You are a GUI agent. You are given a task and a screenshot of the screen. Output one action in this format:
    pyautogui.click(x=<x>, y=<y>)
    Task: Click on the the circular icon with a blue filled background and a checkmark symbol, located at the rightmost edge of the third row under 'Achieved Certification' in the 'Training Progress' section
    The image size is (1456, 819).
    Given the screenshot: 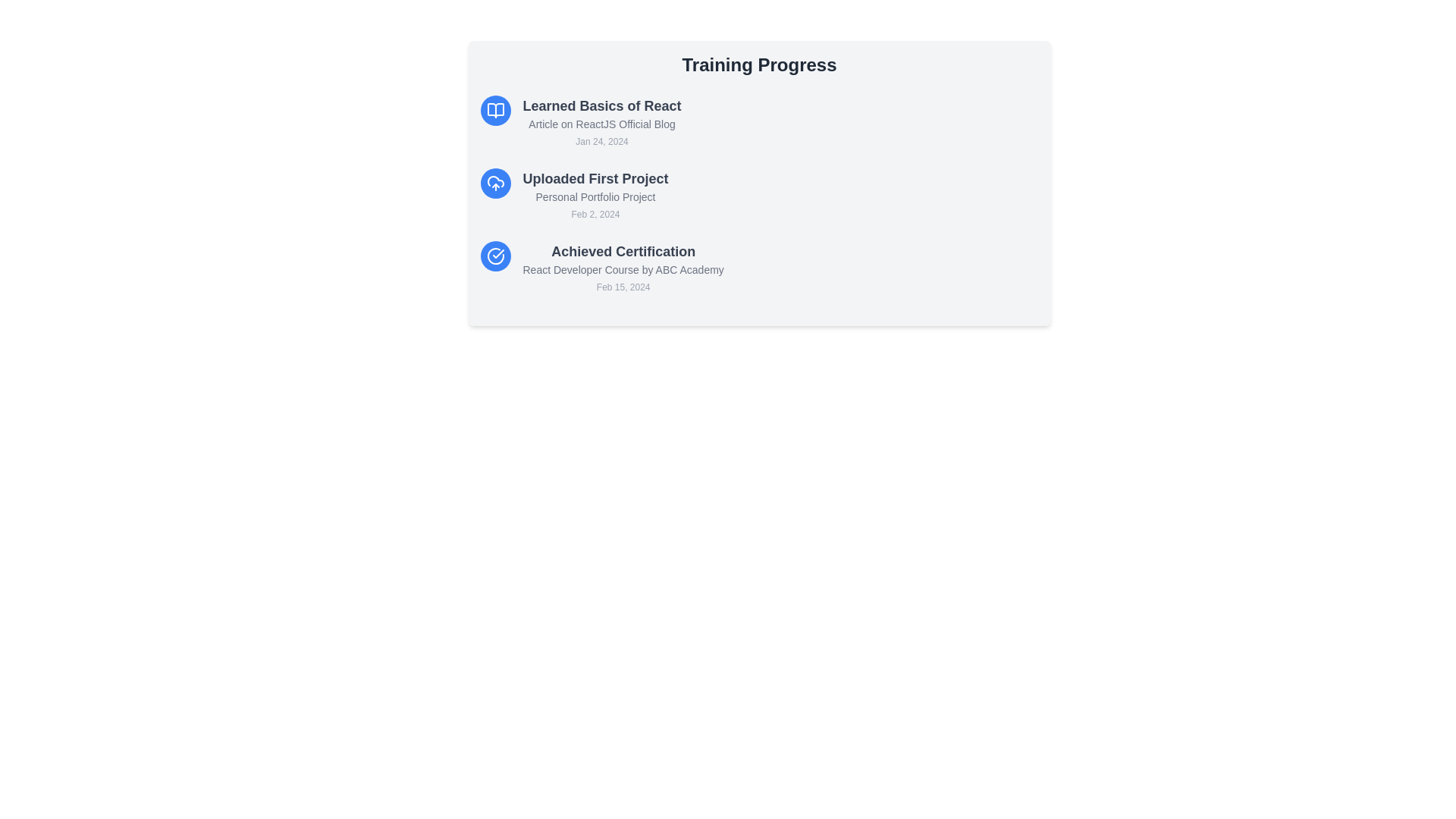 What is the action you would take?
    pyautogui.click(x=495, y=256)
    